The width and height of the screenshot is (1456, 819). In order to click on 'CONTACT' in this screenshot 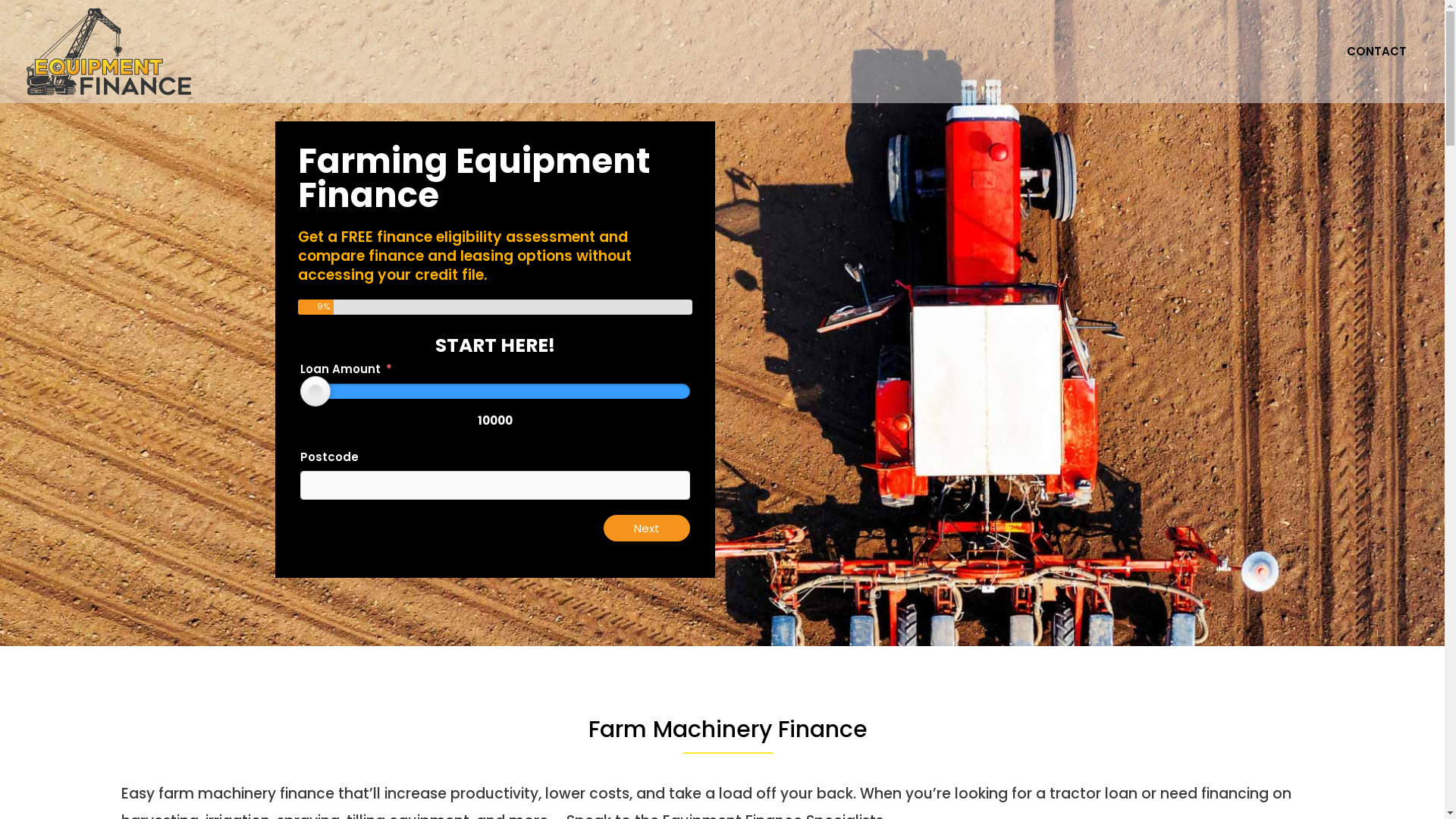, I will do `click(1376, 51)`.